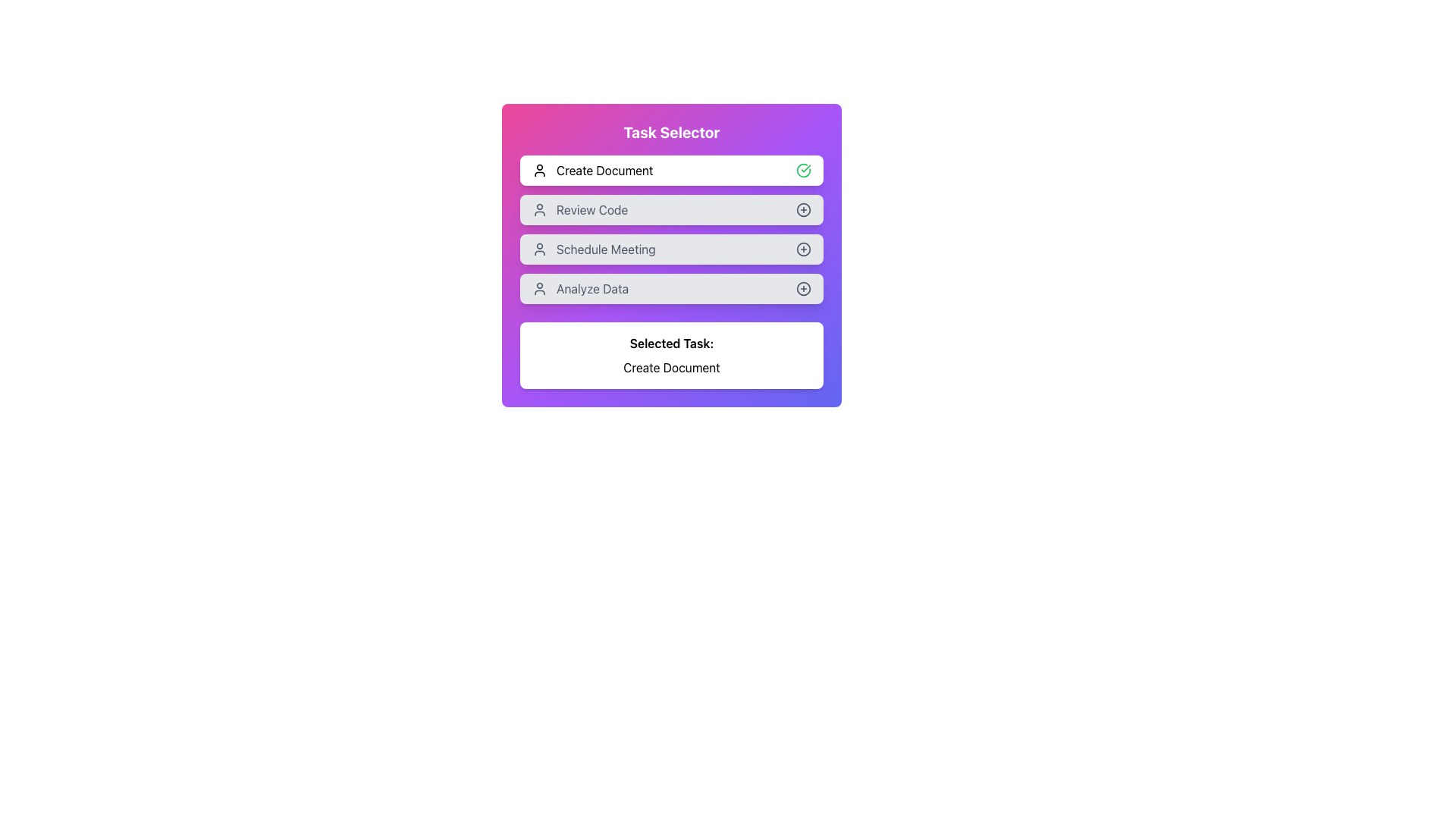 This screenshot has height=819, width=1456. What do you see at coordinates (803, 210) in the screenshot?
I see `the Action Icon at the far right end of the 'Review Code' task entry to initiate its associated action` at bounding box center [803, 210].